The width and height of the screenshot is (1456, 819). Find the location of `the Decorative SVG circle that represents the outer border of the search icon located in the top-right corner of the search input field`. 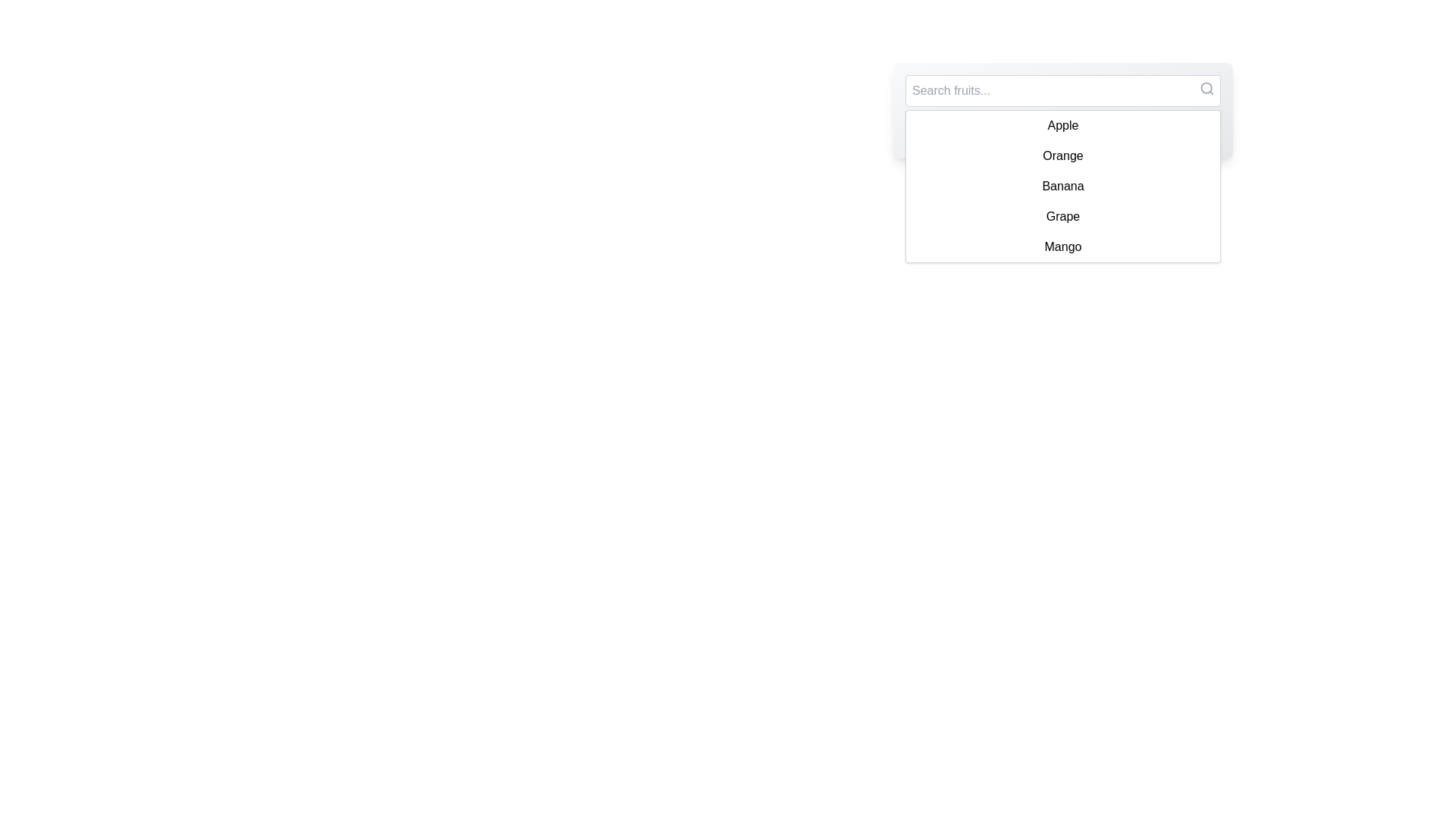

the Decorative SVG circle that represents the outer border of the search icon located in the top-right corner of the search input field is located at coordinates (1206, 88).